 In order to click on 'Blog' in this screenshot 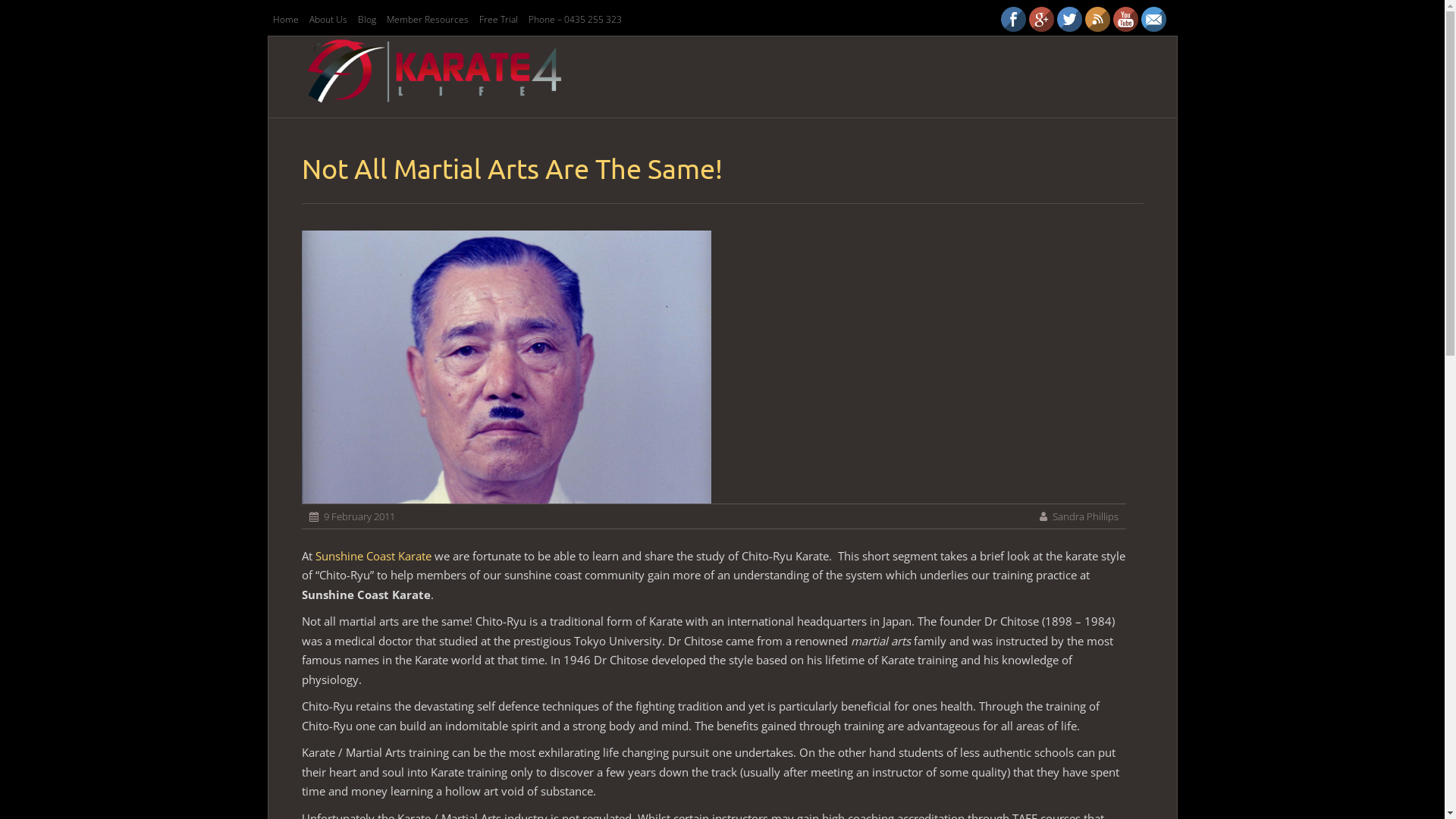, I will do `click(366, 19)`.